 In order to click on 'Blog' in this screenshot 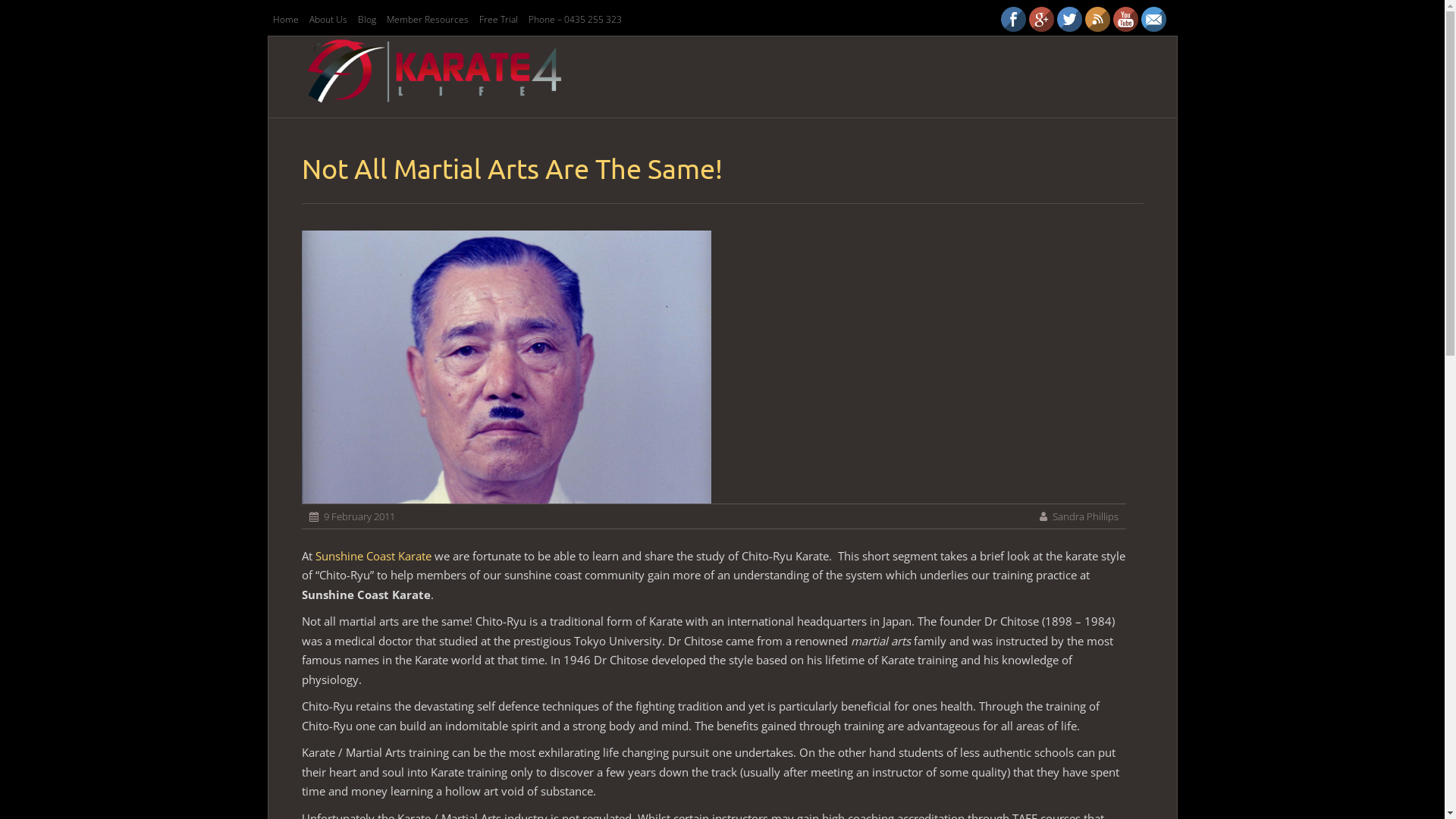, I will do `click(366, 19)`.